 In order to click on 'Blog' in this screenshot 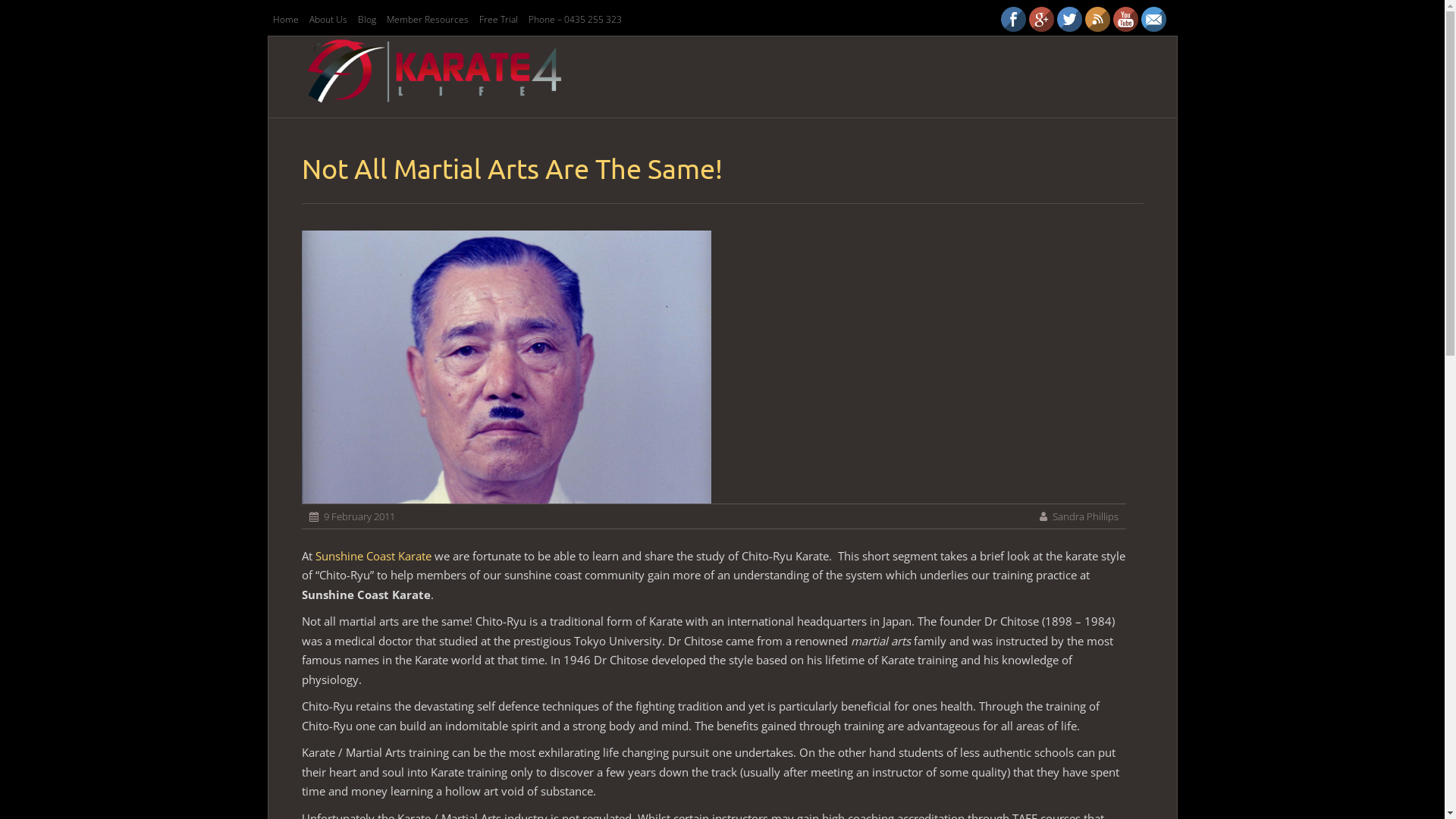, I will do `click(366, 19)`.